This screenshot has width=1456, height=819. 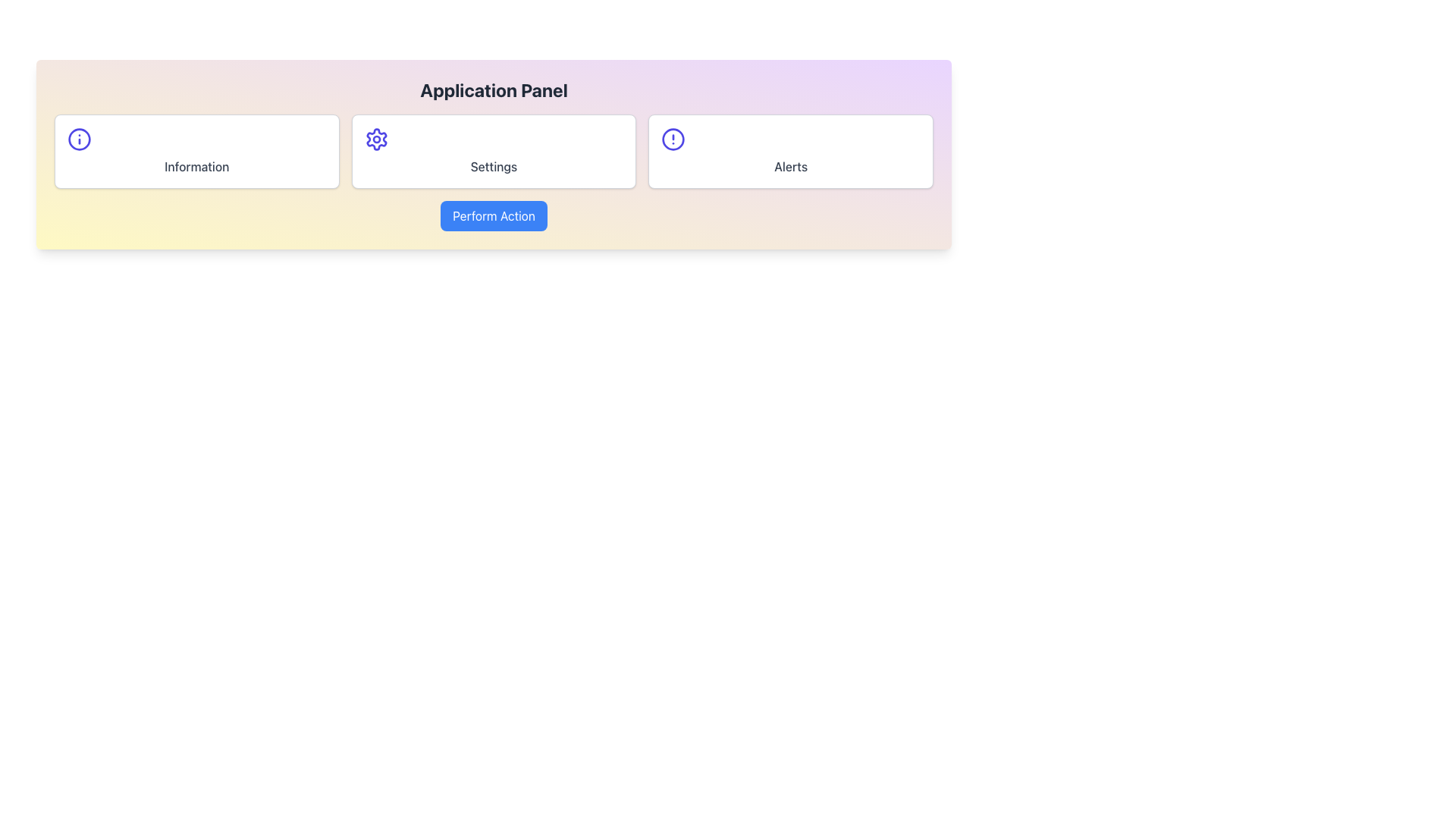 I want to click on the 'Settings' card, which is the second card in a horizontal row of three, so click(x=494, y=152).